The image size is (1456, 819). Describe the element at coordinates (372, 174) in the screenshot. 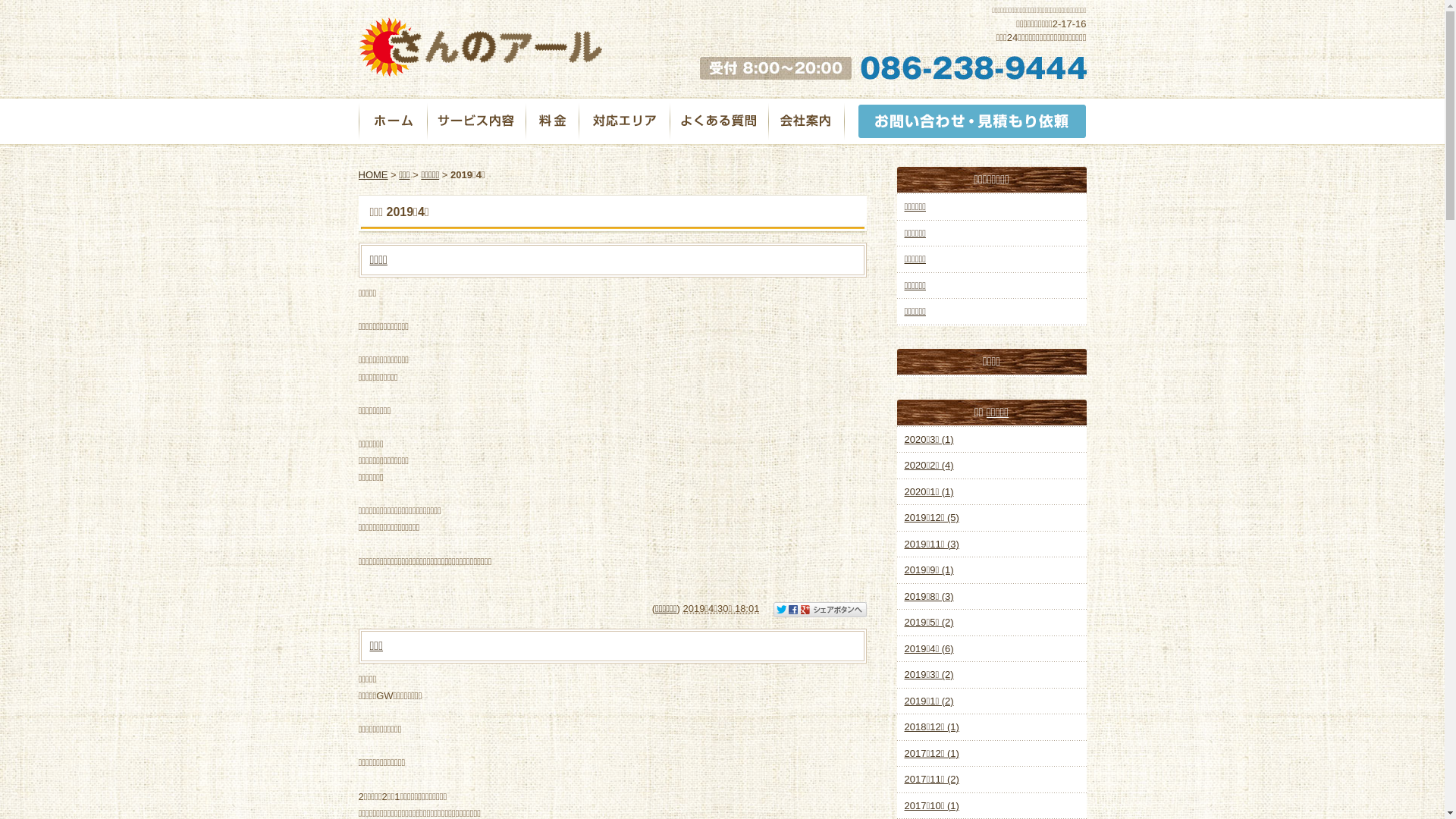

I see `'HOME'` at that location.